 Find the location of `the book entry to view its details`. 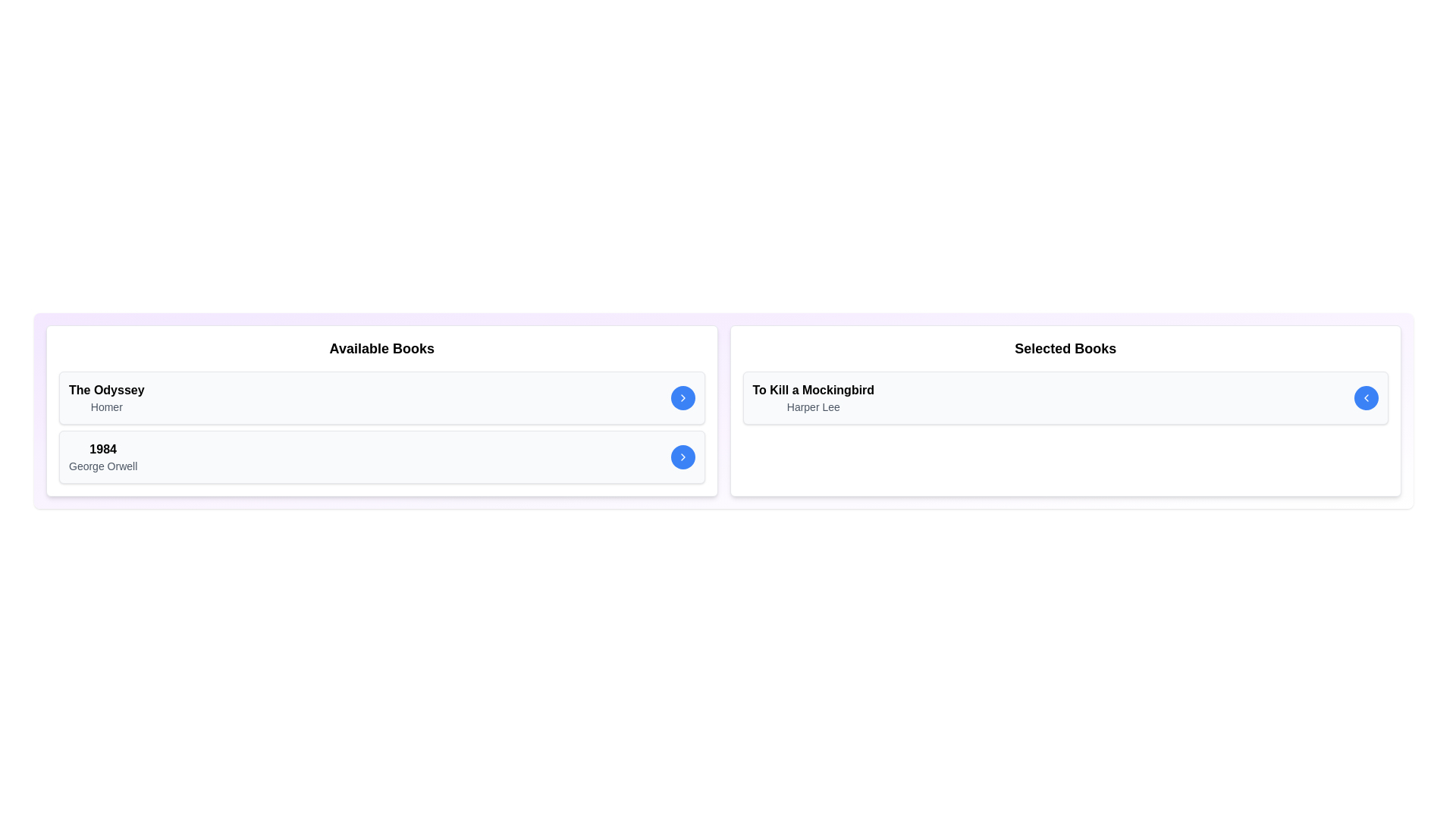

the book entry to view its details is located at coordinates (105, 397).